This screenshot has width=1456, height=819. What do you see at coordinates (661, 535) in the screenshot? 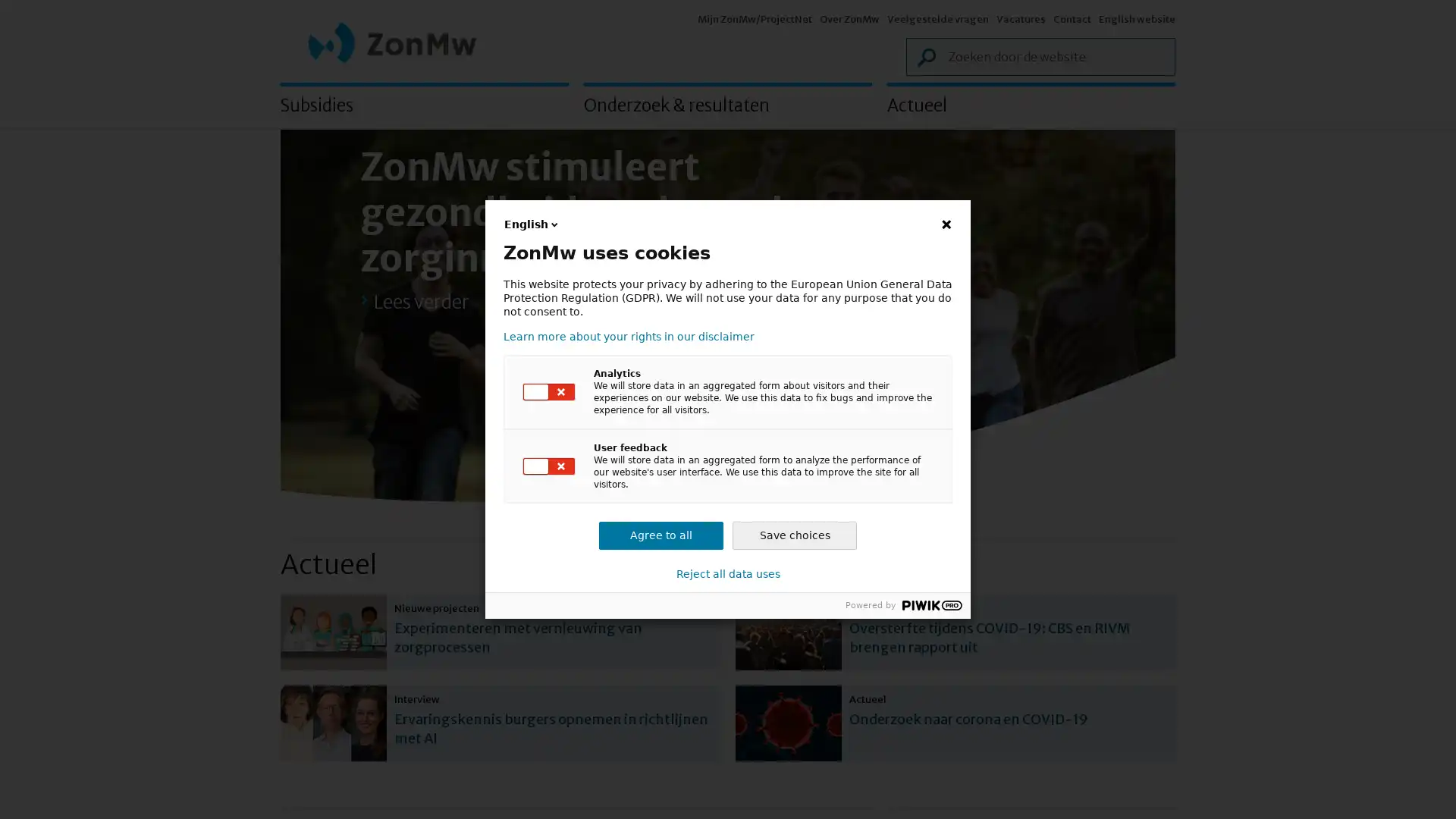
I see `Agree to all` at bounding box center [661, 535].